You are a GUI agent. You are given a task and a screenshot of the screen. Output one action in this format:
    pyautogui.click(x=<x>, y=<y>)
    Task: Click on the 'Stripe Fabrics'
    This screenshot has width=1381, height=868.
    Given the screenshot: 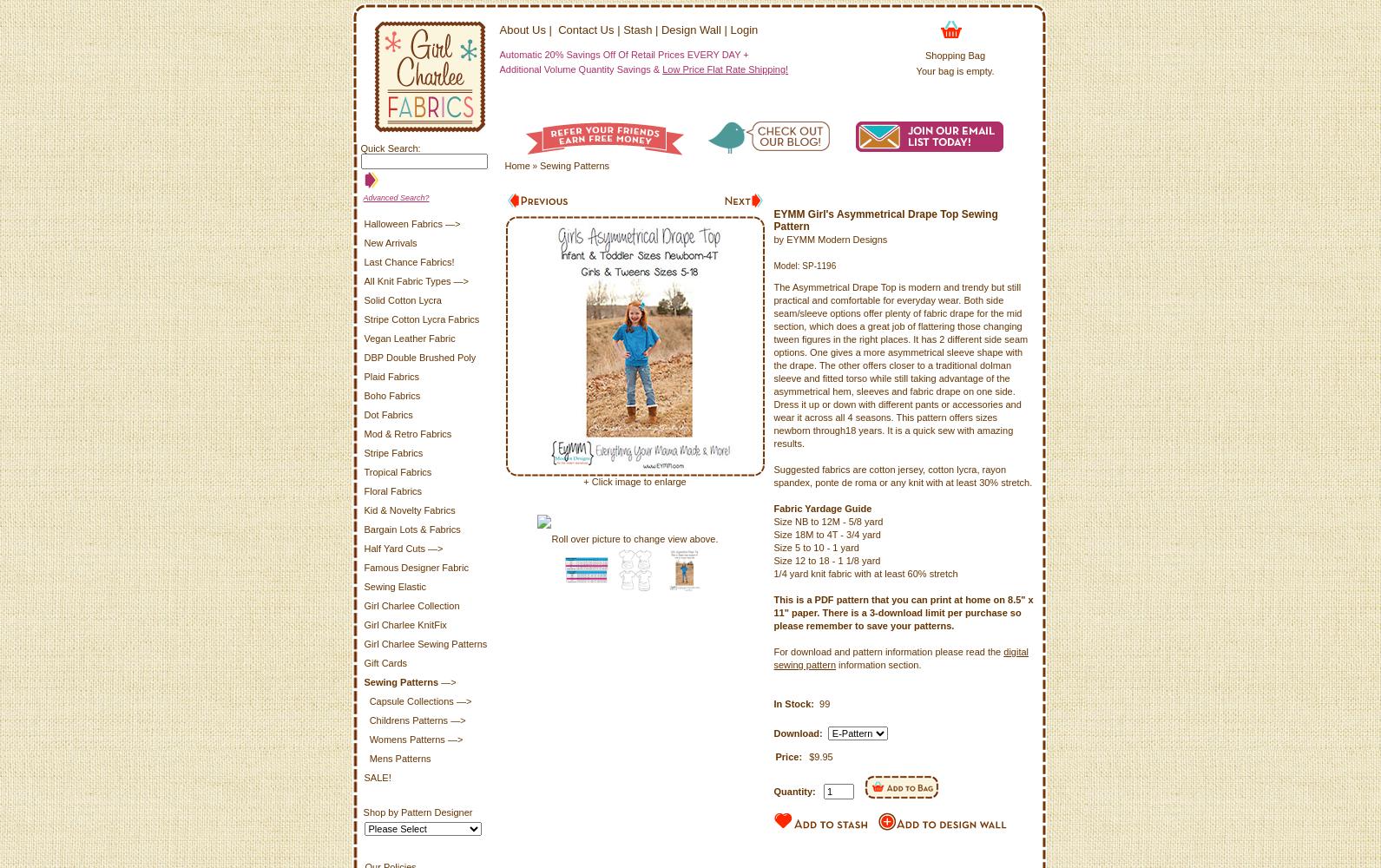 What is the action you would take?
    pyautogui.click(x=364, y=453)
    